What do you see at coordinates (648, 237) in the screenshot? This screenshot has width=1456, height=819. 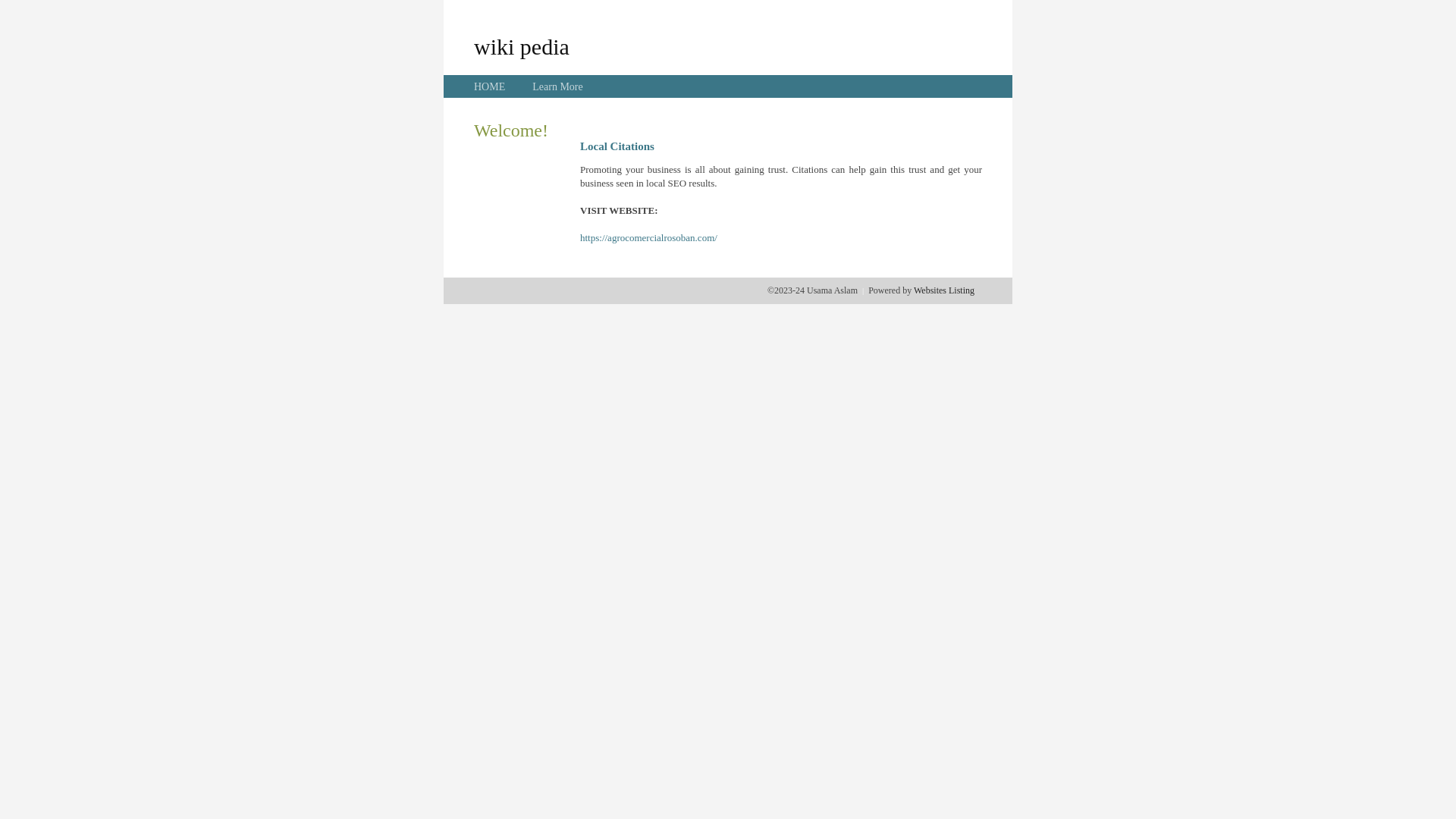 I see `'https://agrocomercialrosoban.com/'` at bounding box center [648, 237].